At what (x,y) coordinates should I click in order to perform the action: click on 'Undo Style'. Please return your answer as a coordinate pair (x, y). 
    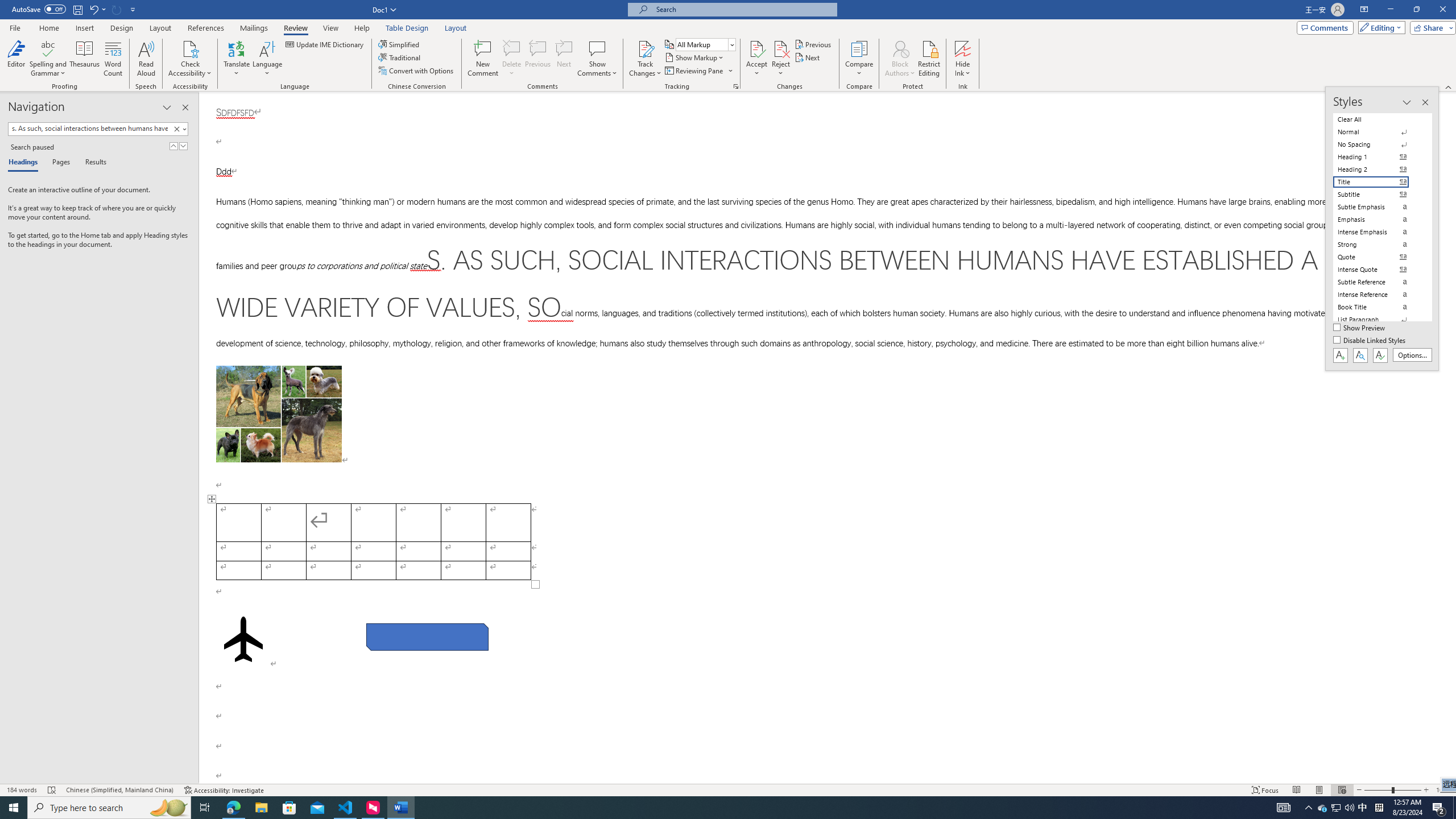
    Looking at the image, I should click on (97, 9).